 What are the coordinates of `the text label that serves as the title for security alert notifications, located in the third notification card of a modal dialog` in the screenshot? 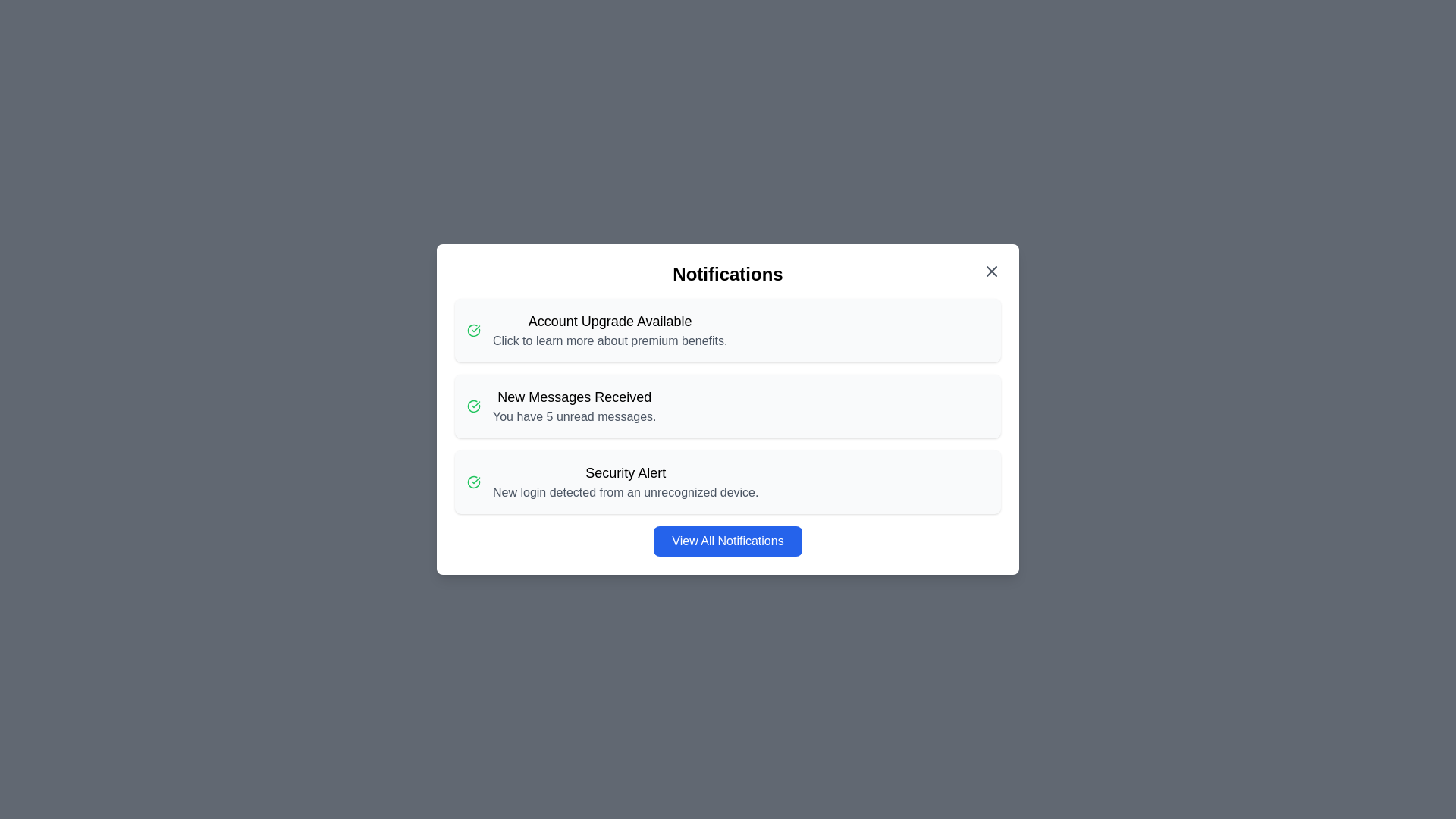 It's located at (626, 472).